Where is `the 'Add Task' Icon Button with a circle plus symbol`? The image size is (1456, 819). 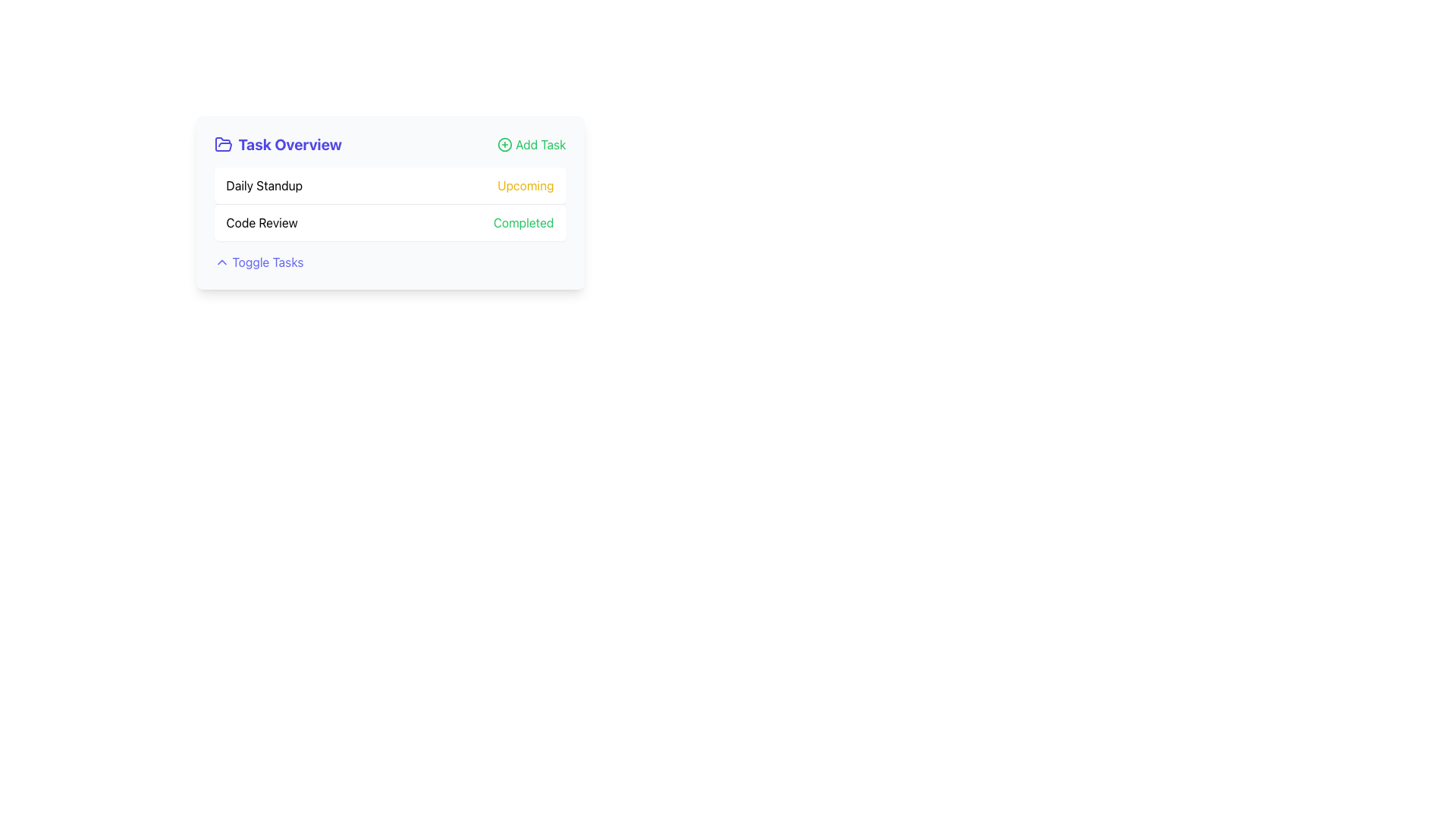
the 'Add Task' Icon Button with a circle plus symbol is located at coordinates (505, 145).